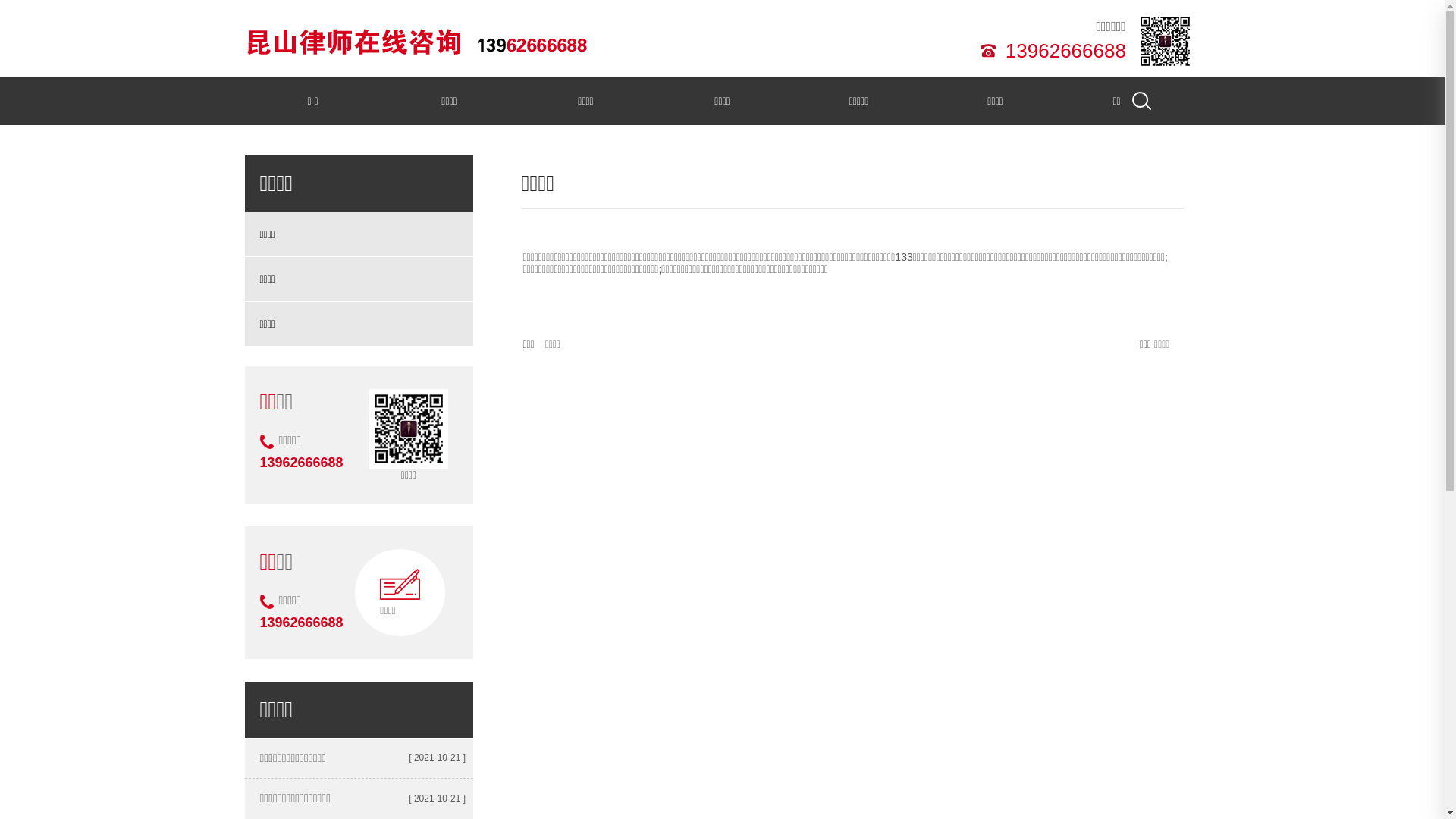 The width and height of the screenshot is (1456, 819). What do you see at coordinates (999, 49) in the screenshot?
I see `'13962666688'` at bounding box center [999, 49].